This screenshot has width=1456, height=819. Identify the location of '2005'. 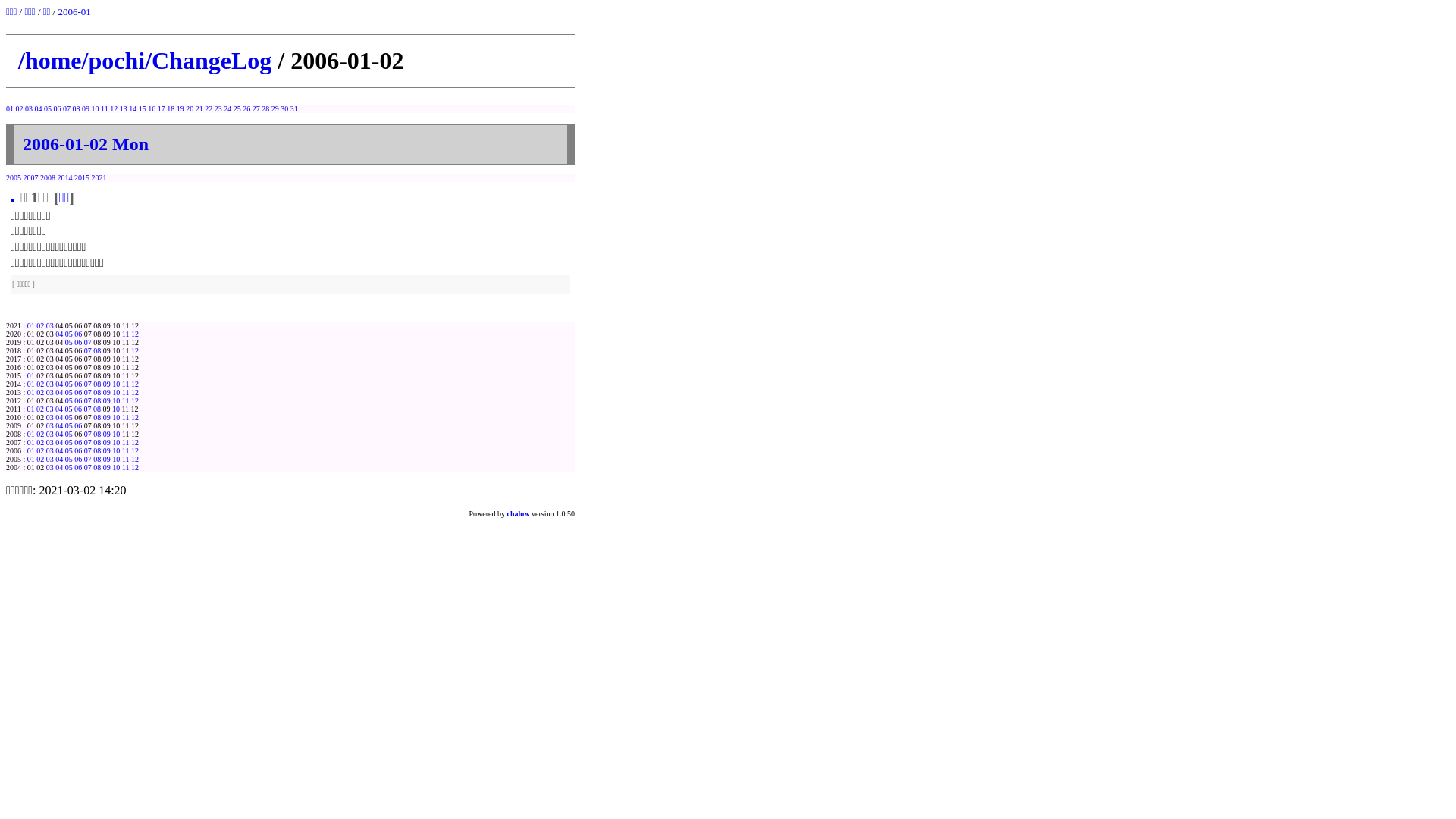
(14, 177).